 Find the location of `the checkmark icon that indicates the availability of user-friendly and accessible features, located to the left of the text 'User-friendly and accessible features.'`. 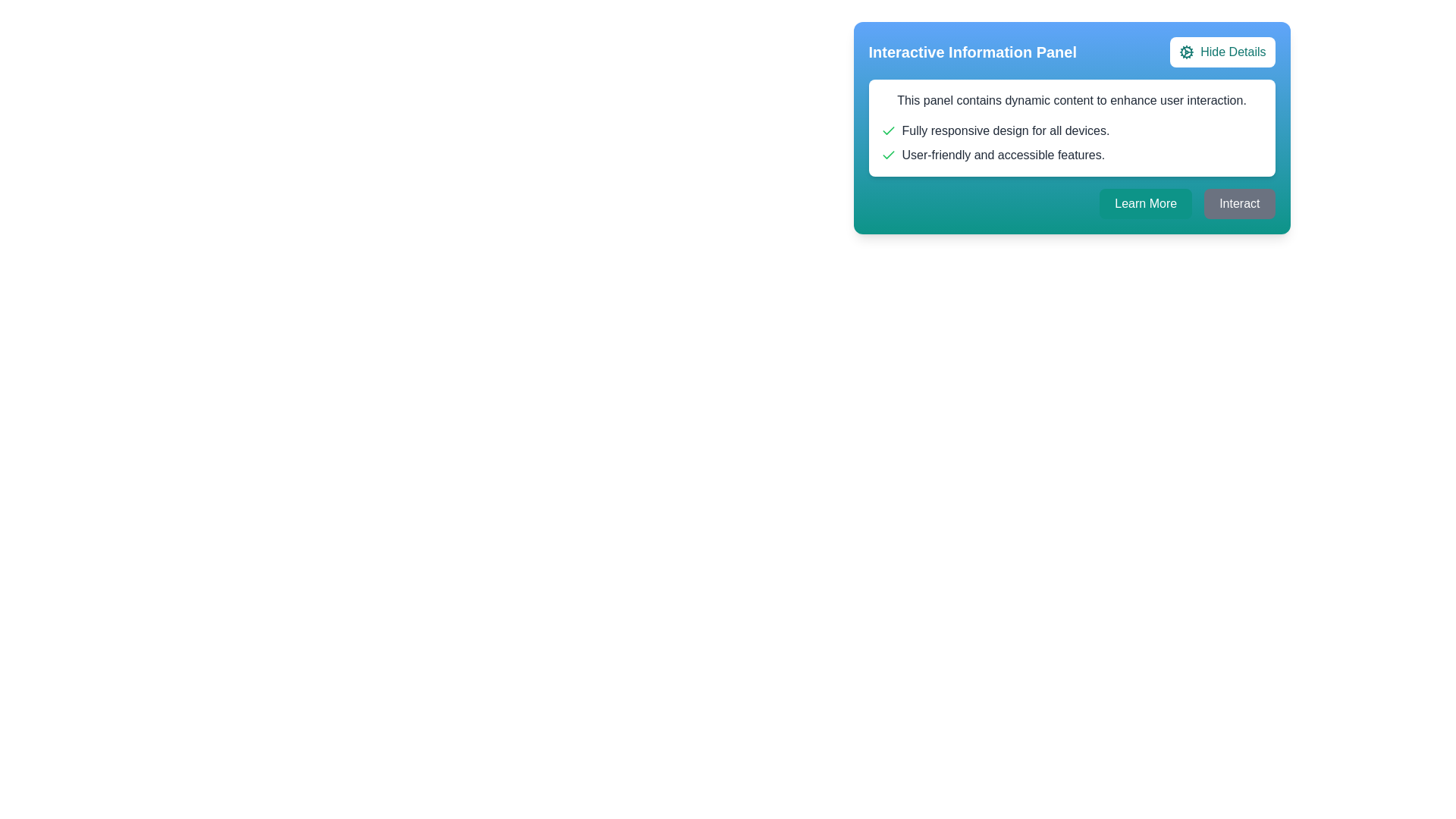

the checkmark icon that indicates the availability of user-friendly and accessible features, located to the left of the text 'User-friendly and accessible features.' is located at coordinates (888, 155).